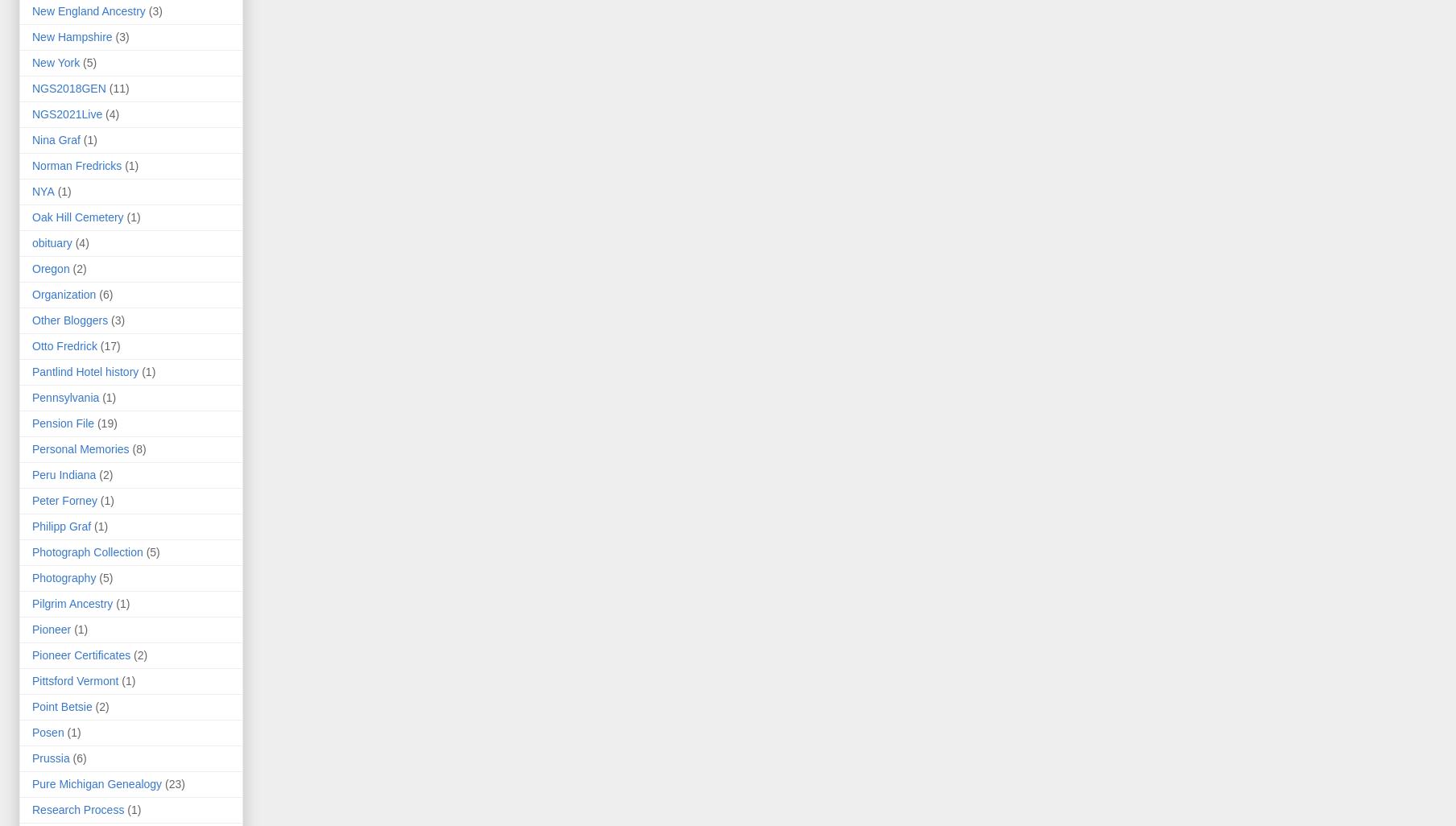  Describe the element at coordinates (68, 88) in the screenshot. I see `'NGS2018GEN'` at that location.